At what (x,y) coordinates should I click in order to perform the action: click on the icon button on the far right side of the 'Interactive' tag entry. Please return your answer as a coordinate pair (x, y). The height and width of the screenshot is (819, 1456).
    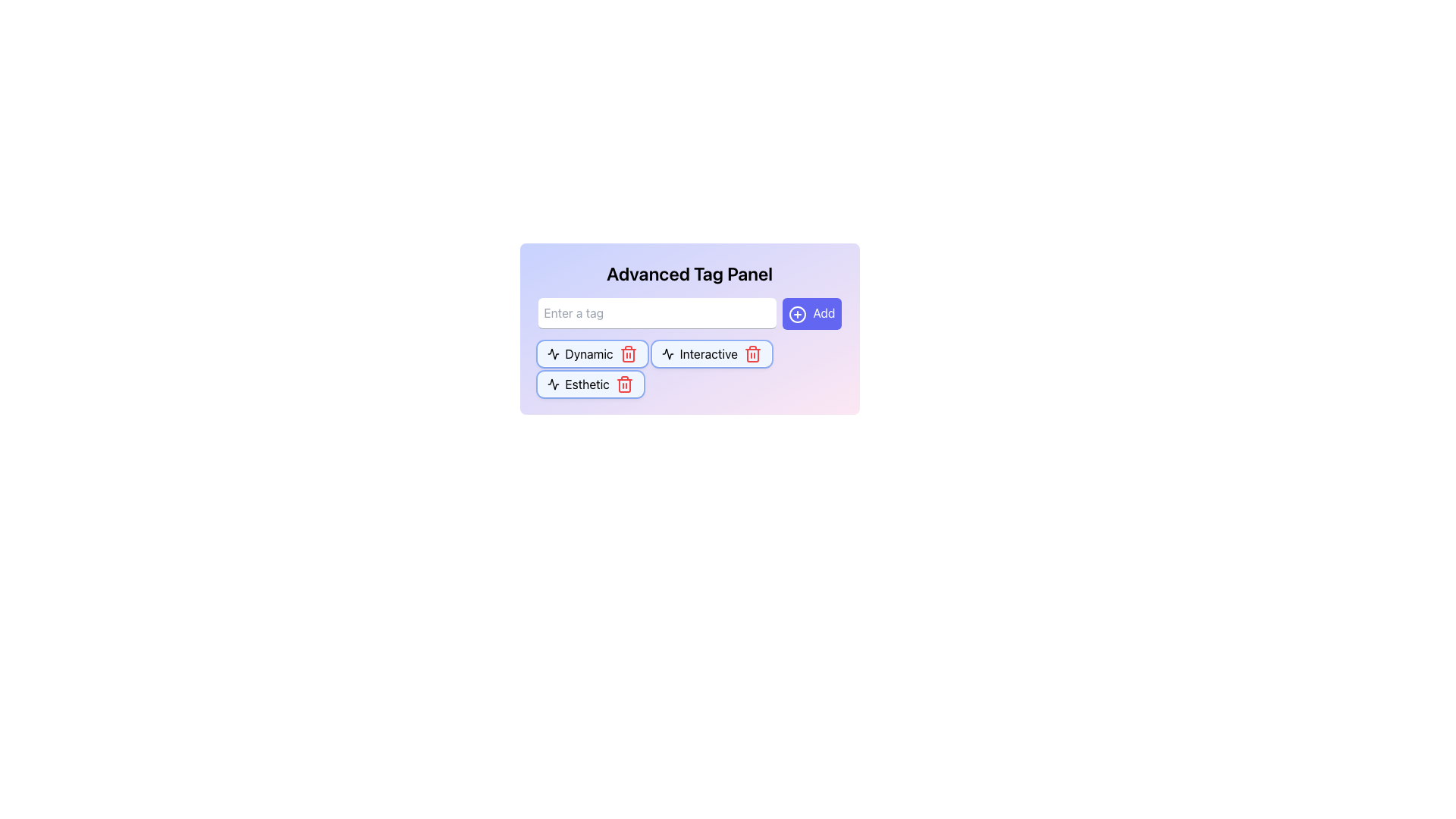
    Looking at the image, I should click on (753, 353).